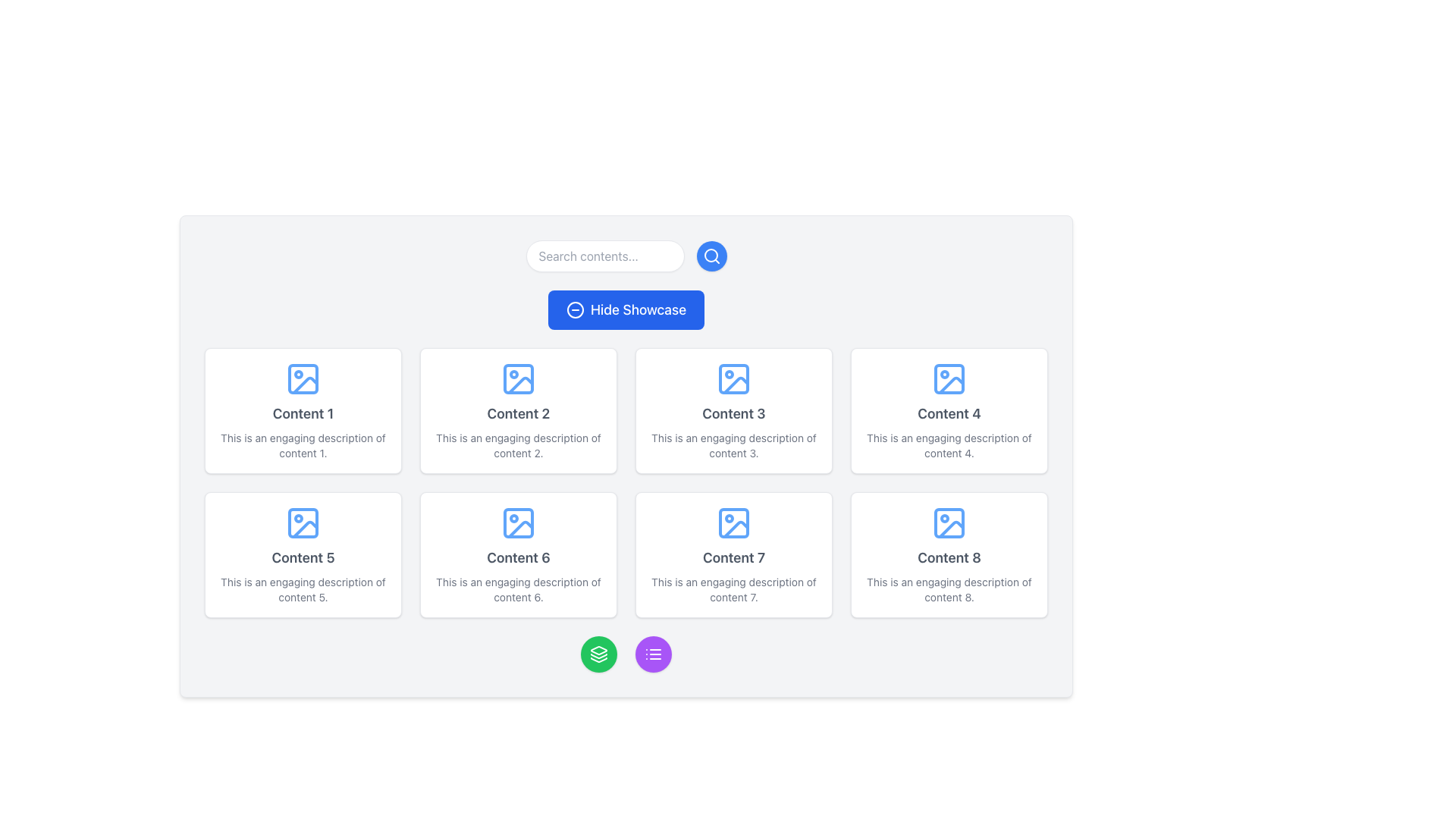  Describe the element at coordinates (303, 589) in the screenshot. I see `the text label that states 'This is an engaging description of content 5.' located beneath the header 'Content 5' in the center-left card of the grid layout` at that location.